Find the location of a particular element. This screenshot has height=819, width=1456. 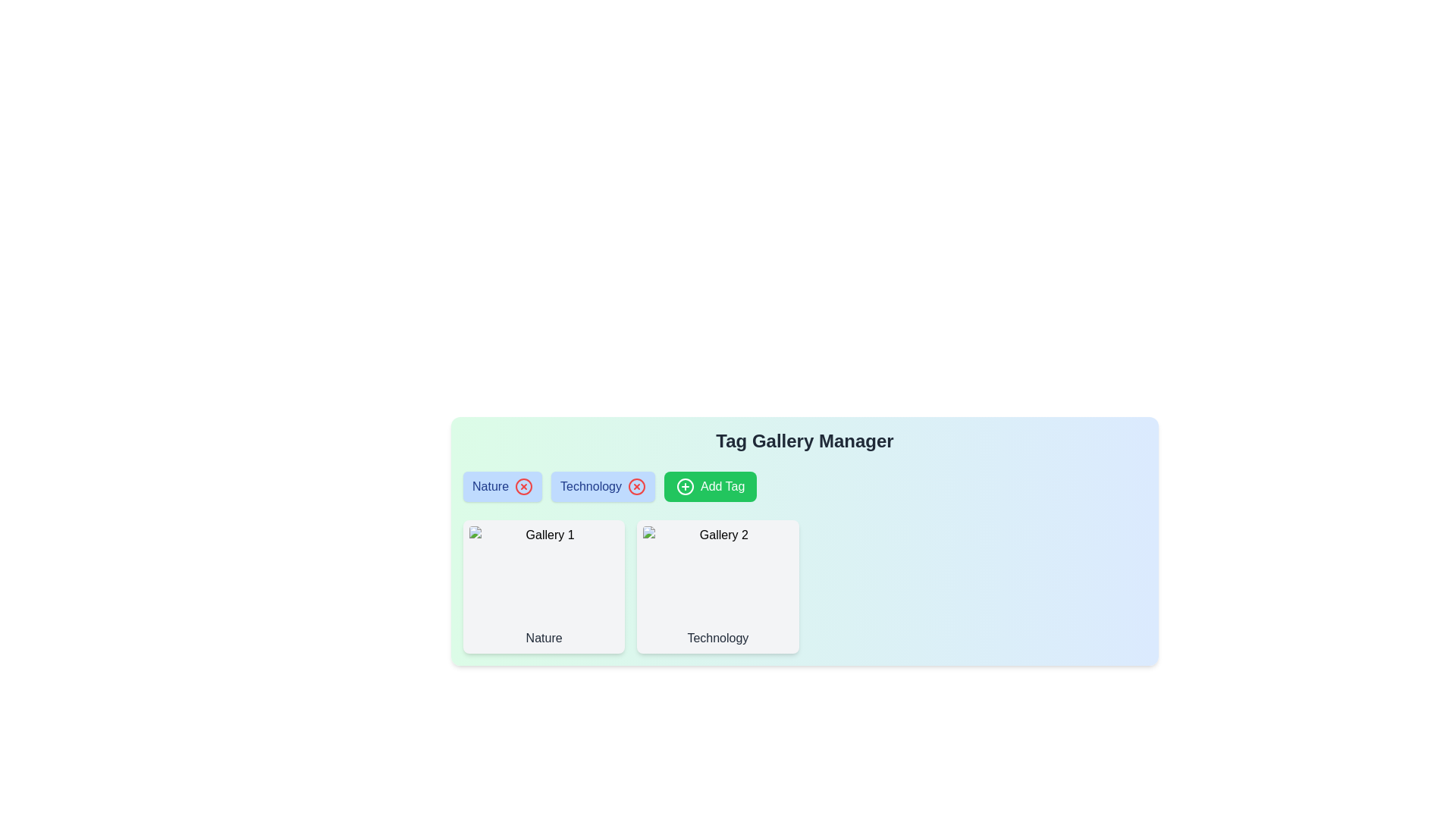

the button used to add a new tag or category, located immediately to the right of the 'Technology' tag in the tag list is located at coordinates (710, 486).